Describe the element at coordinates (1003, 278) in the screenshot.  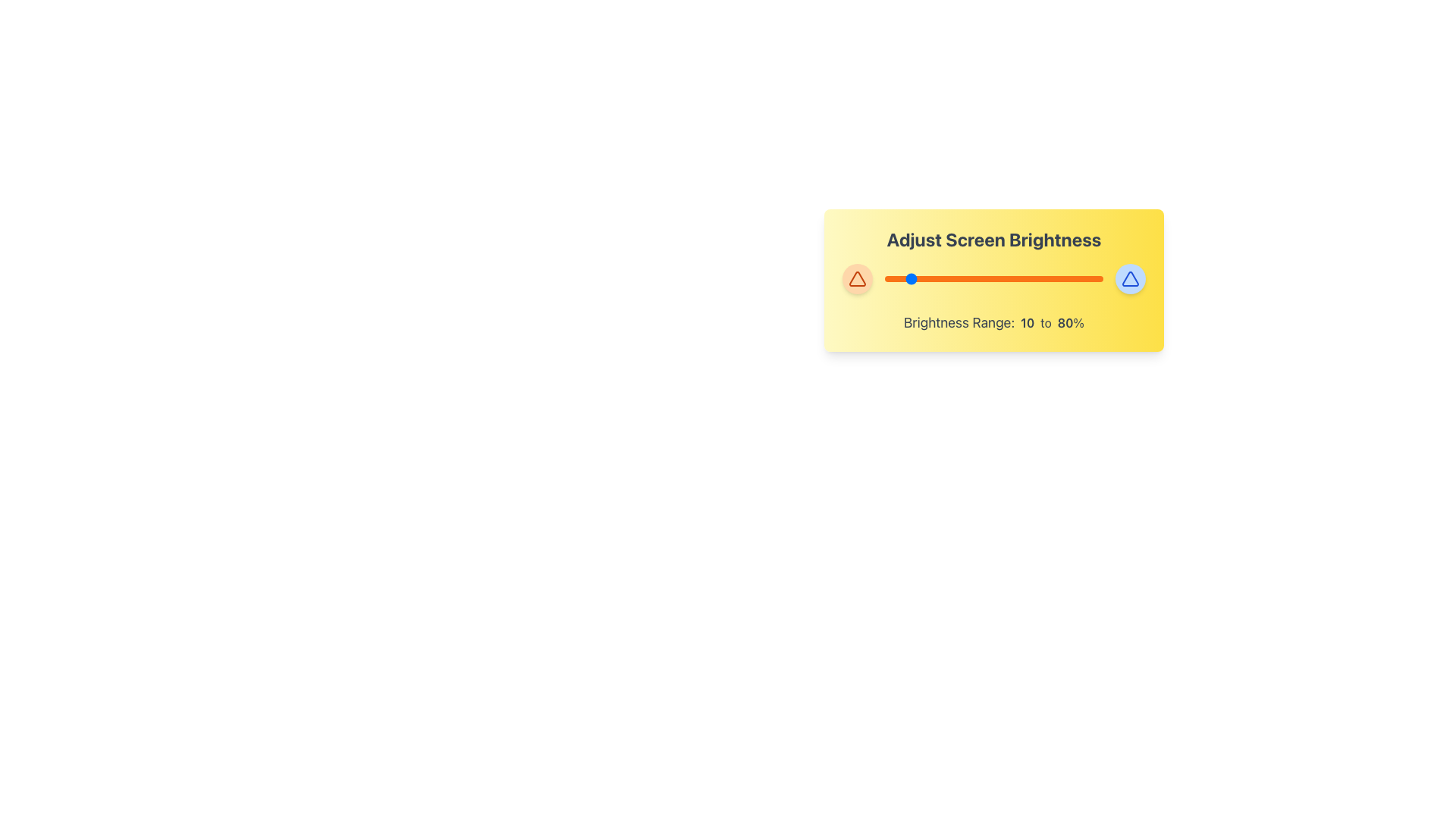
I see `the brightness level` at that location.